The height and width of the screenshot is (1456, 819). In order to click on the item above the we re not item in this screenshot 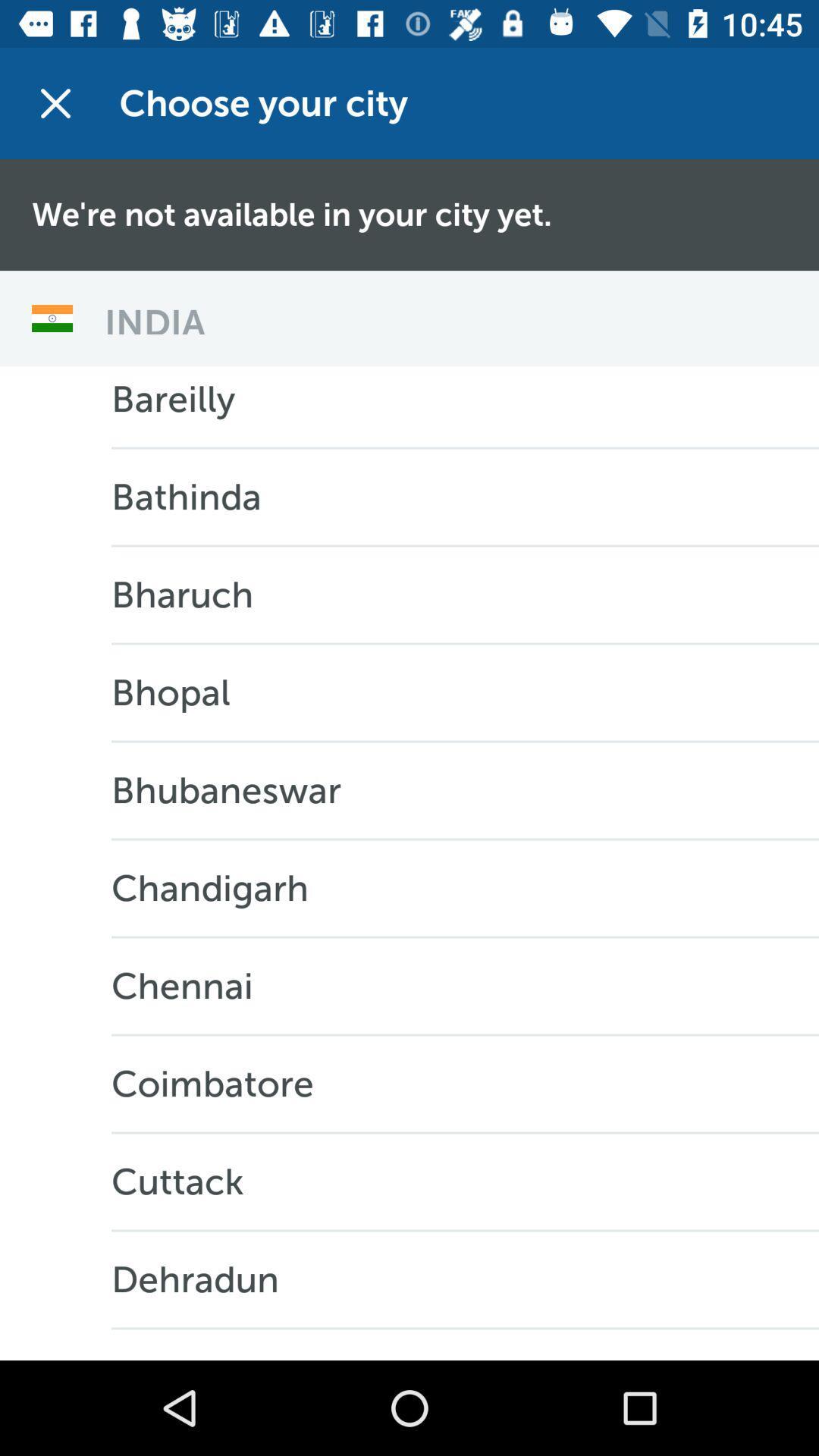, I will do `click(55, 102)`.